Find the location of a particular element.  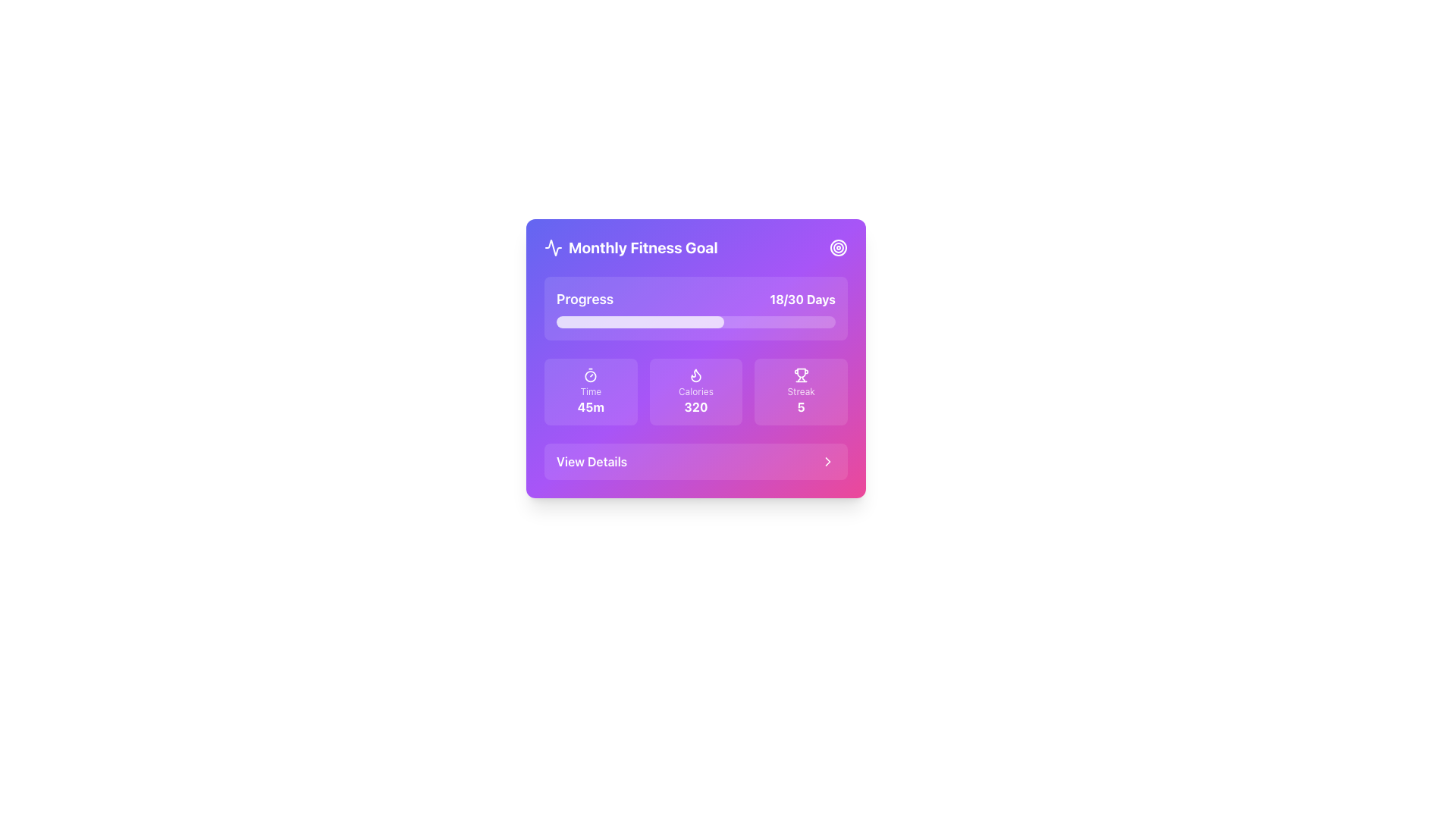

the 'Calories' text label, which is styled in small white font and slightly transparent, located at the upper part of a card with a light purple background is located at coordinates (695, 391).